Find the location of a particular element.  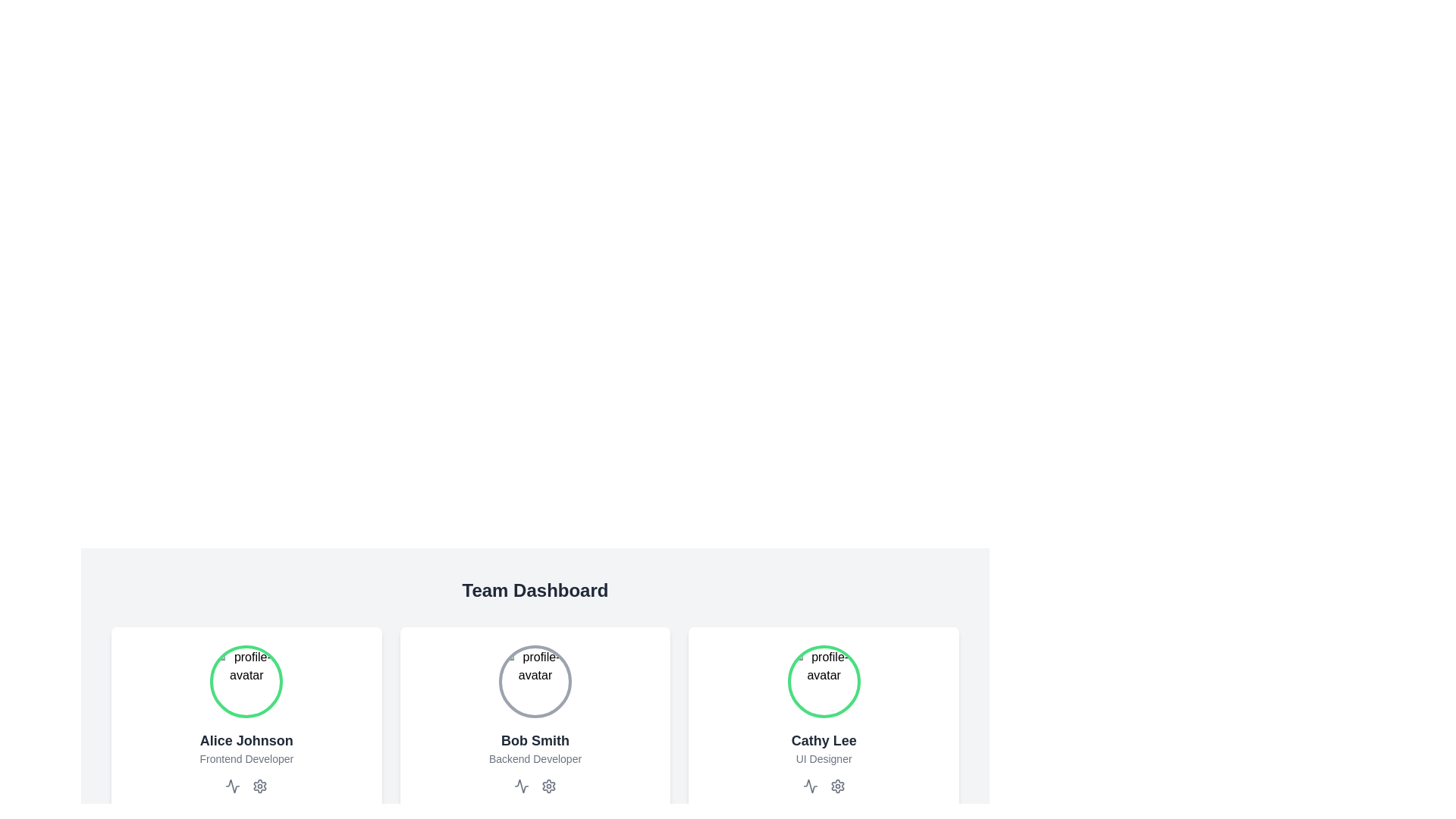

the icon representing user activity, monitoring, or insights, located below the profile avatar and name 'Bob Smith' in the middle card of the profile cards is located at coordinates (521, 786).